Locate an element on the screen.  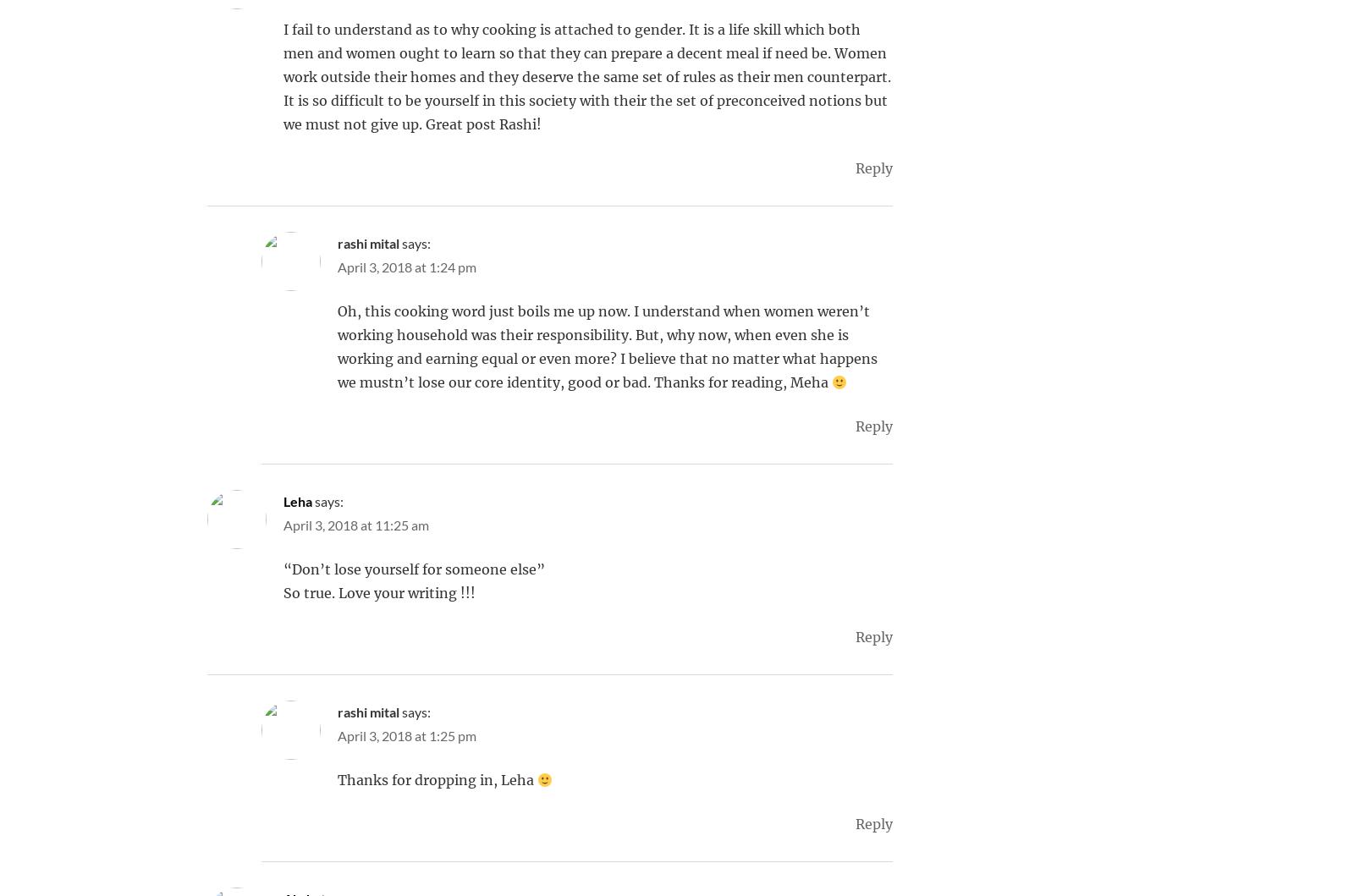
'I fail to understand as to why cooking is attached to gender. It is a life skill which both men and women ought to learn so that they can prepare a decent meal if need be. Women work outside their homes and they deserve the same set of rules as their men counterpart. It is so difficult to be yourself in this society with their the set of preconceived notions but we must not give up. Great post Rashi!' is located at coordinates (283, 76).